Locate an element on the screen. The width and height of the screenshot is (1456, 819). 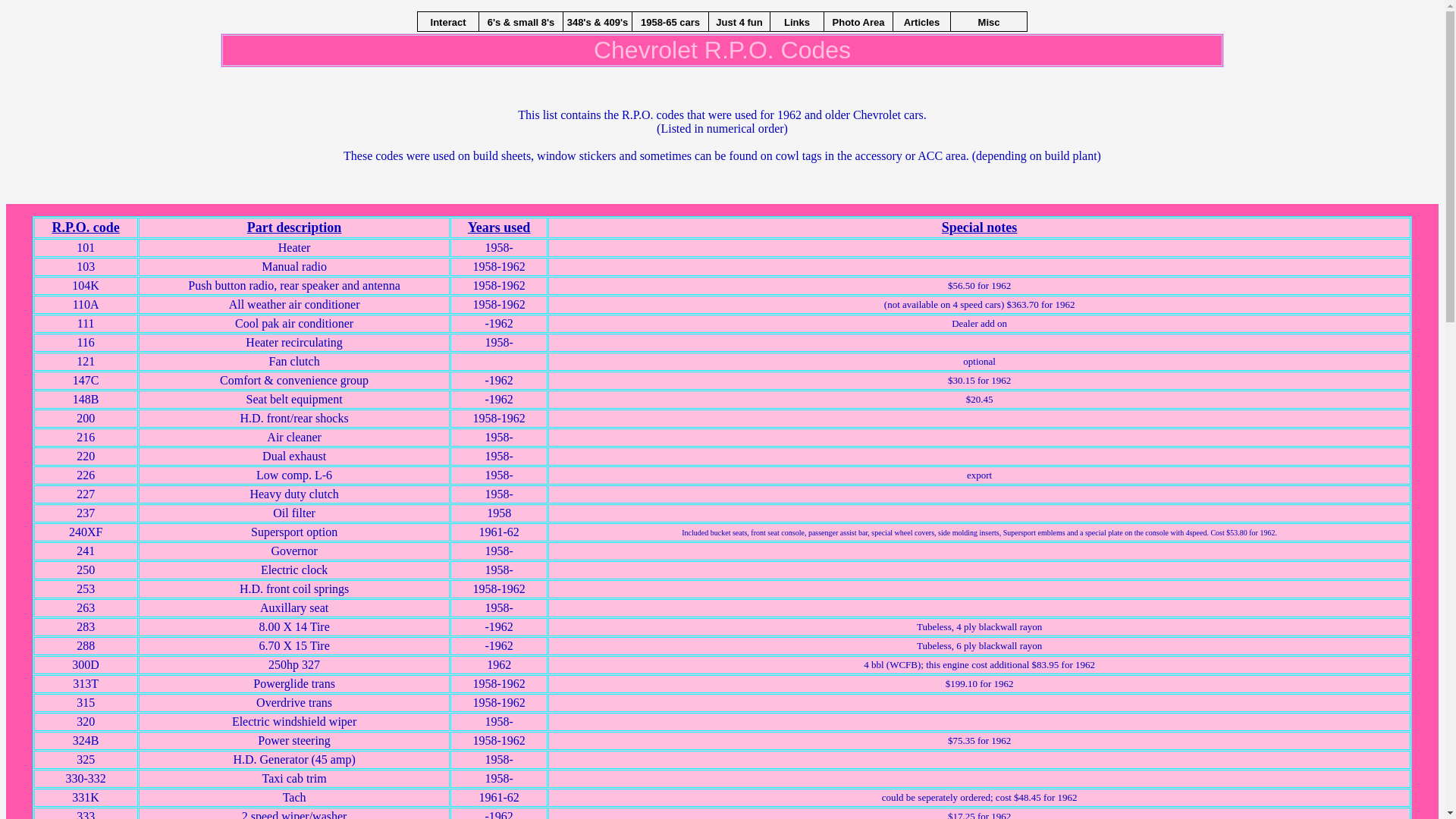
'Photo Area' is located at coordinates (858, 21).